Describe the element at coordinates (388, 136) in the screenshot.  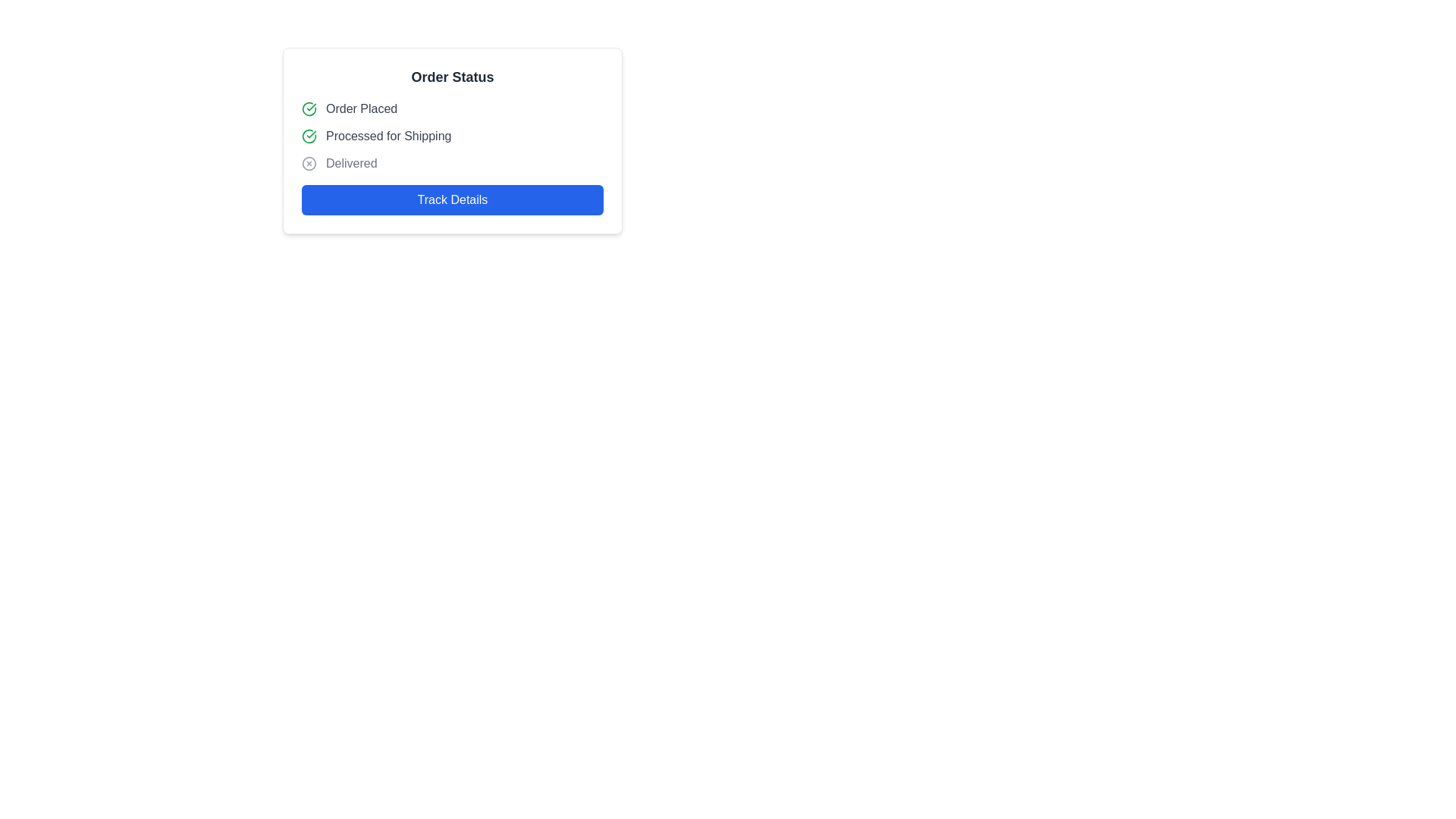
I see `the Text Label element reading 'Processed for Shipping', which is styled in a gray font and located in the order status list between 'Order Placed' and 'Delivered'` at that location.